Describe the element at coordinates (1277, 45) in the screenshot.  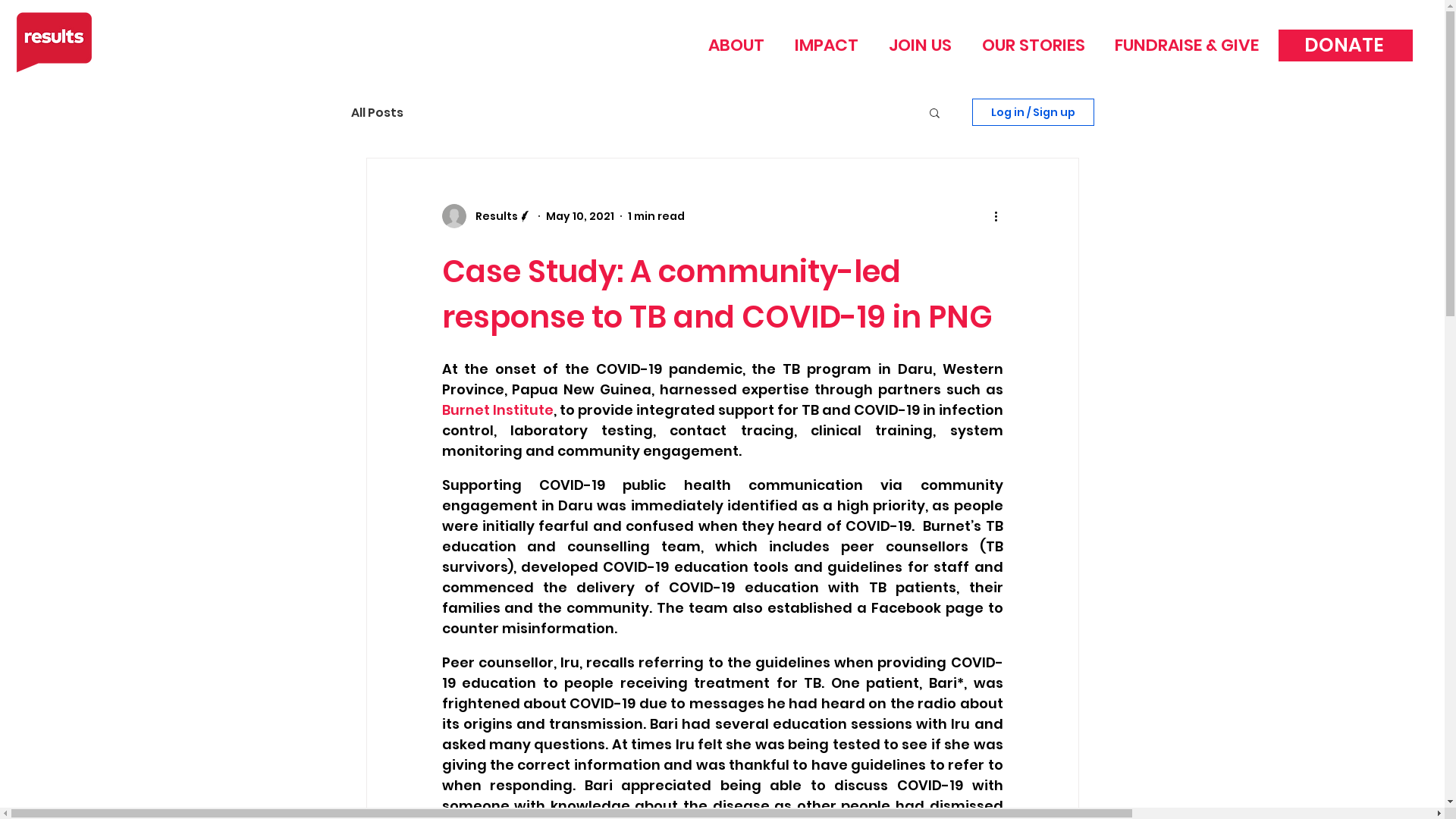
I see `'DONATE'` at that location.